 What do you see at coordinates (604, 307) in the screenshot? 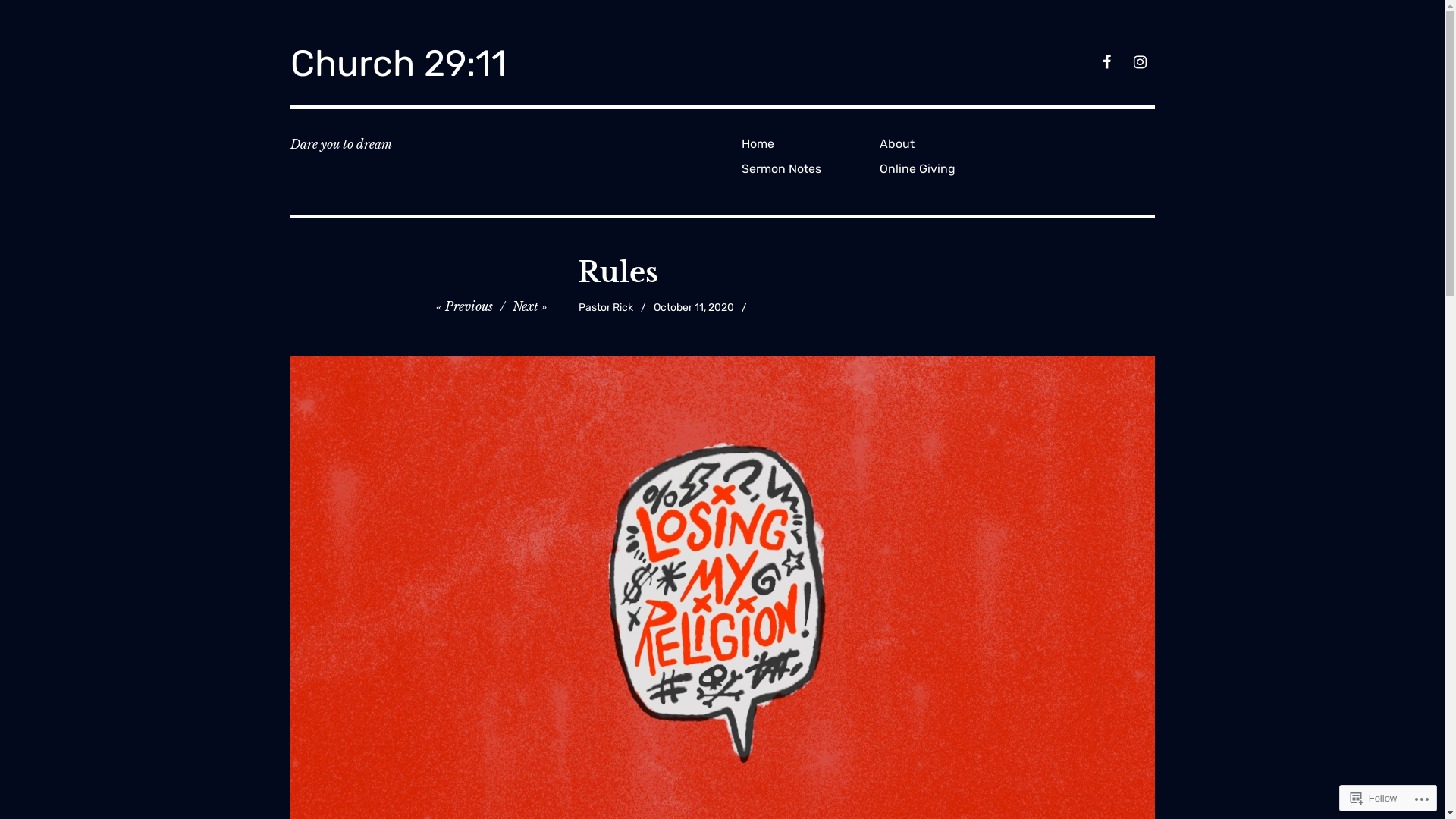
I see `'Pastor Rick'` at bounding box center [604, 307].